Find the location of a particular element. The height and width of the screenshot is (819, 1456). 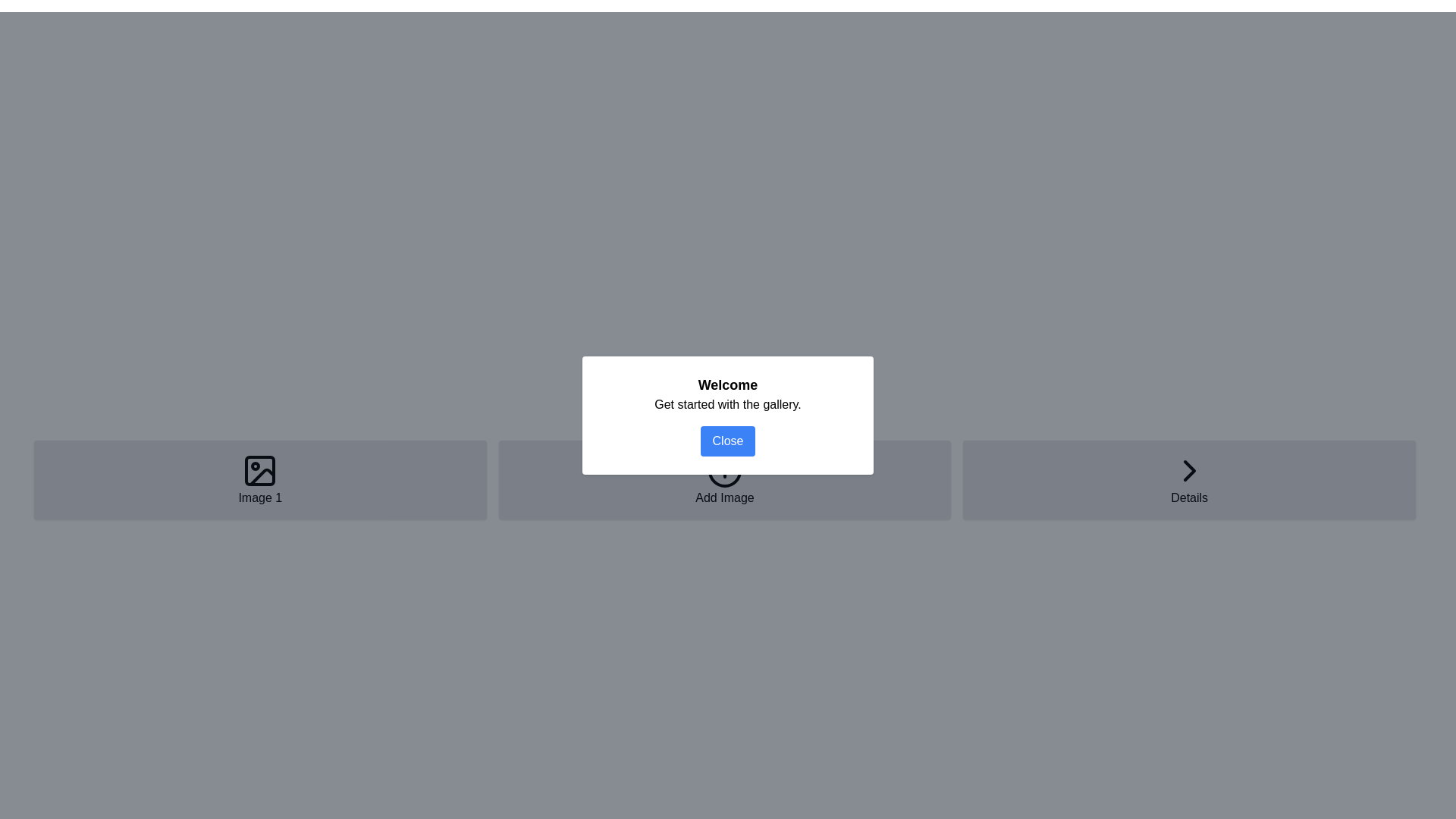

the Interactive Button labeled 'Details' which has a light gray background, rounded corners, and a right-pointing black arrow is located at coordinates (1188, 479).